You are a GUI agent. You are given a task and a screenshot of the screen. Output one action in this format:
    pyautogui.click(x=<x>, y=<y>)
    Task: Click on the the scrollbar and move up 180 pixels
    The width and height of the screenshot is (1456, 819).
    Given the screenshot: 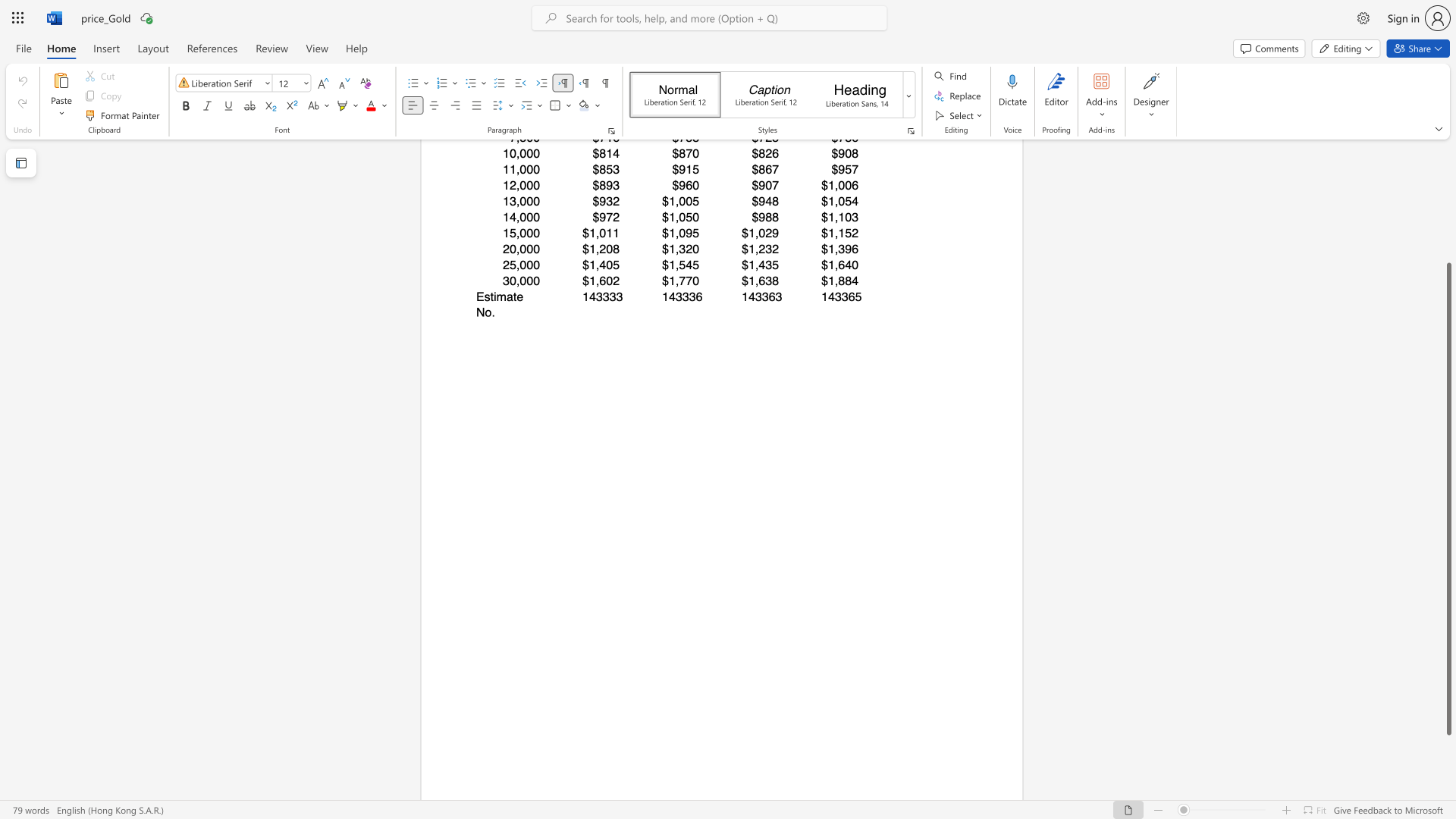 What is the action you would take?
    pyautogui.click(x=1448, y=499)
    